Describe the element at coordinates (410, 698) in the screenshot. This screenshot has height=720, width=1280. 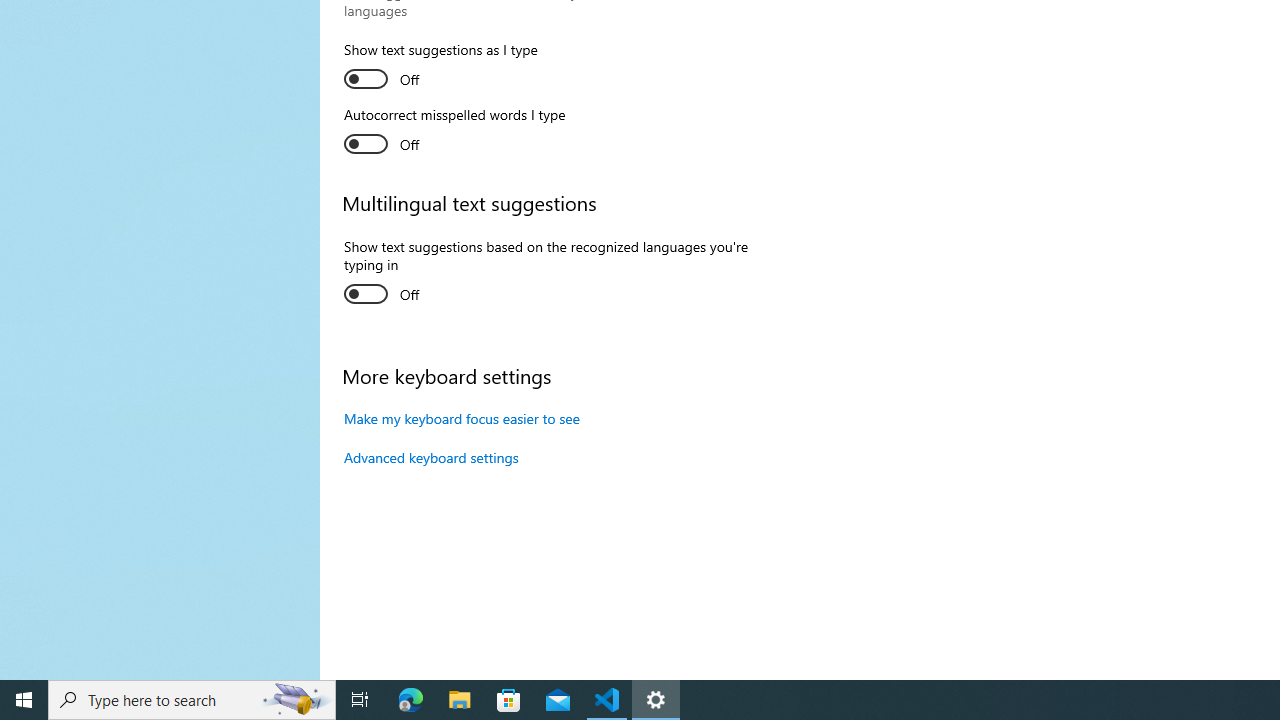
I see `'Microsoft Edge'` at that location.